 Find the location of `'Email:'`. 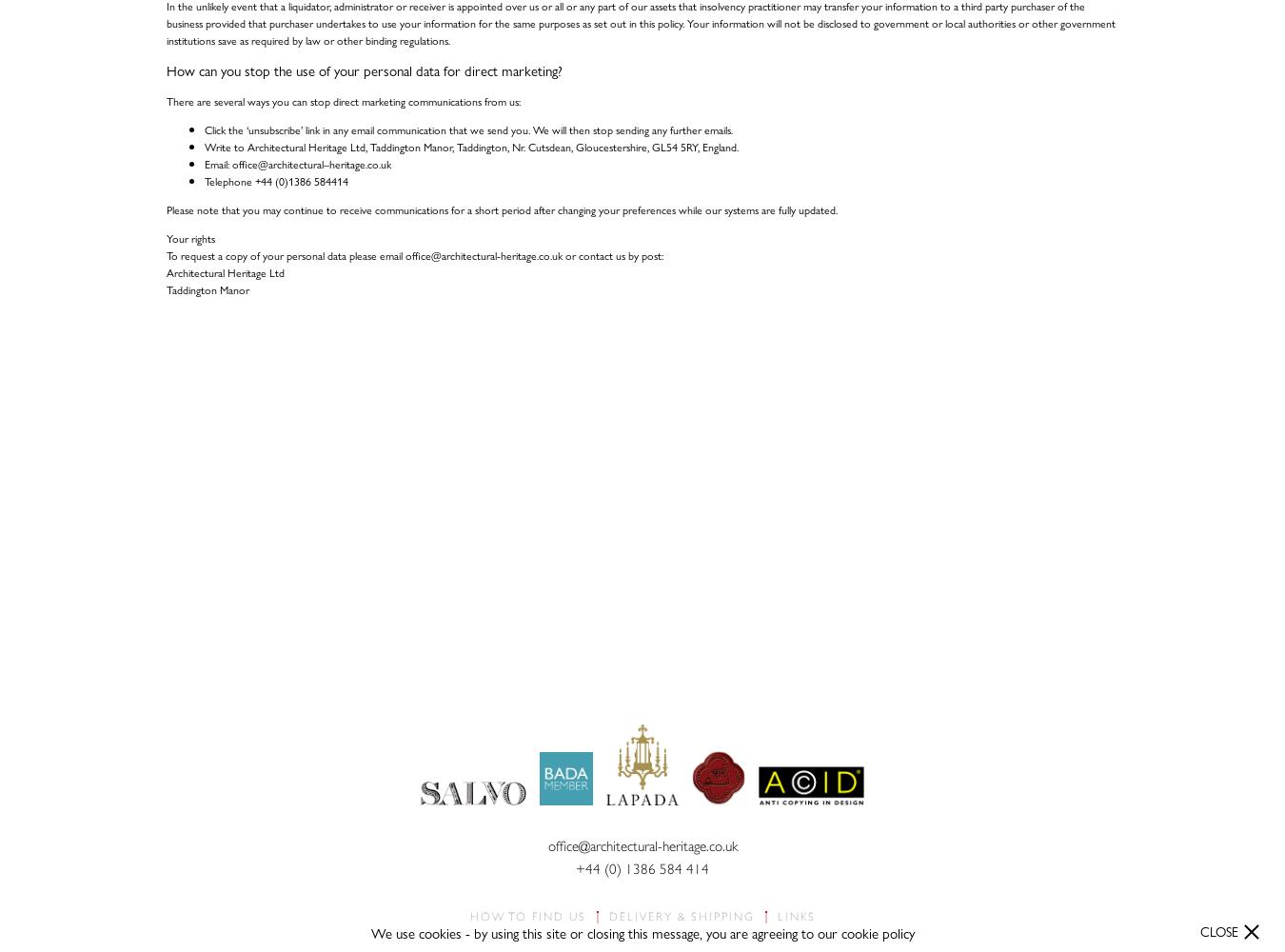

'Email:' is located at coordinates (217, 163).